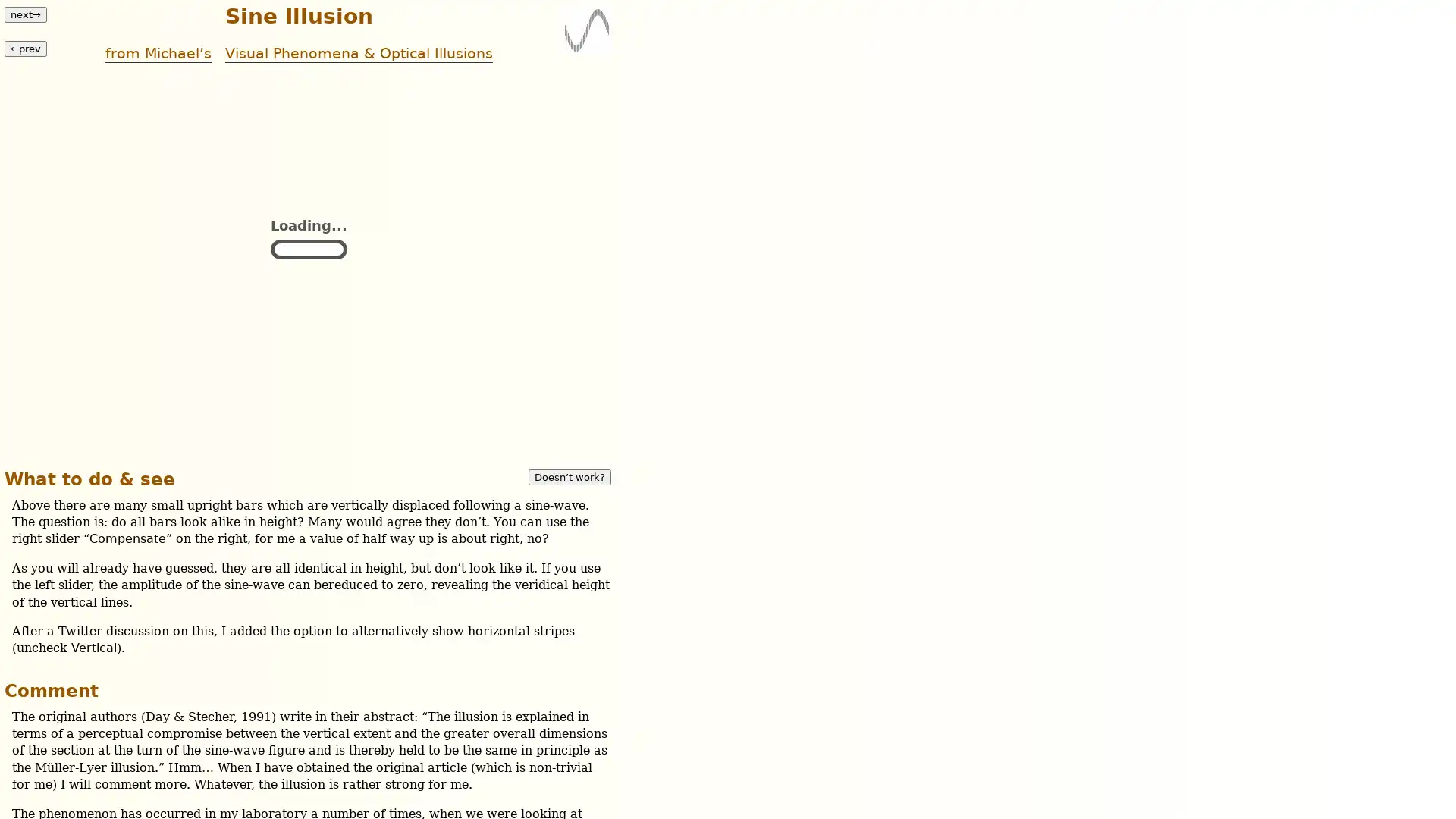 This screenshot has width=1456, height=819. What do you see at coordinates (25, 47) in the screenshot?
I see `prev` at bounding box center [25, 47].